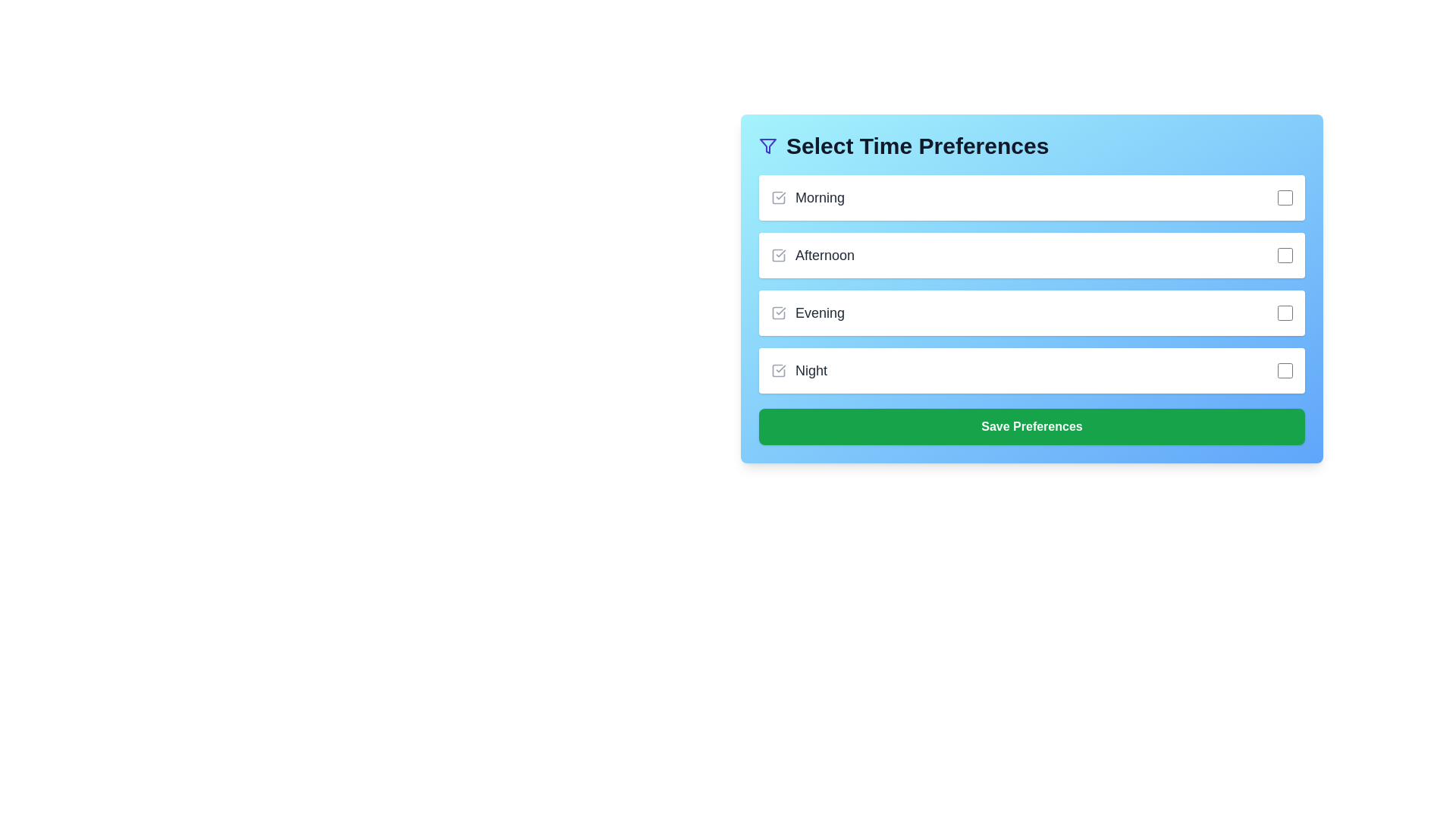 The image size is (1456, 819). I want to click on the checkboxes within the composite form component, so click(1031, 289).